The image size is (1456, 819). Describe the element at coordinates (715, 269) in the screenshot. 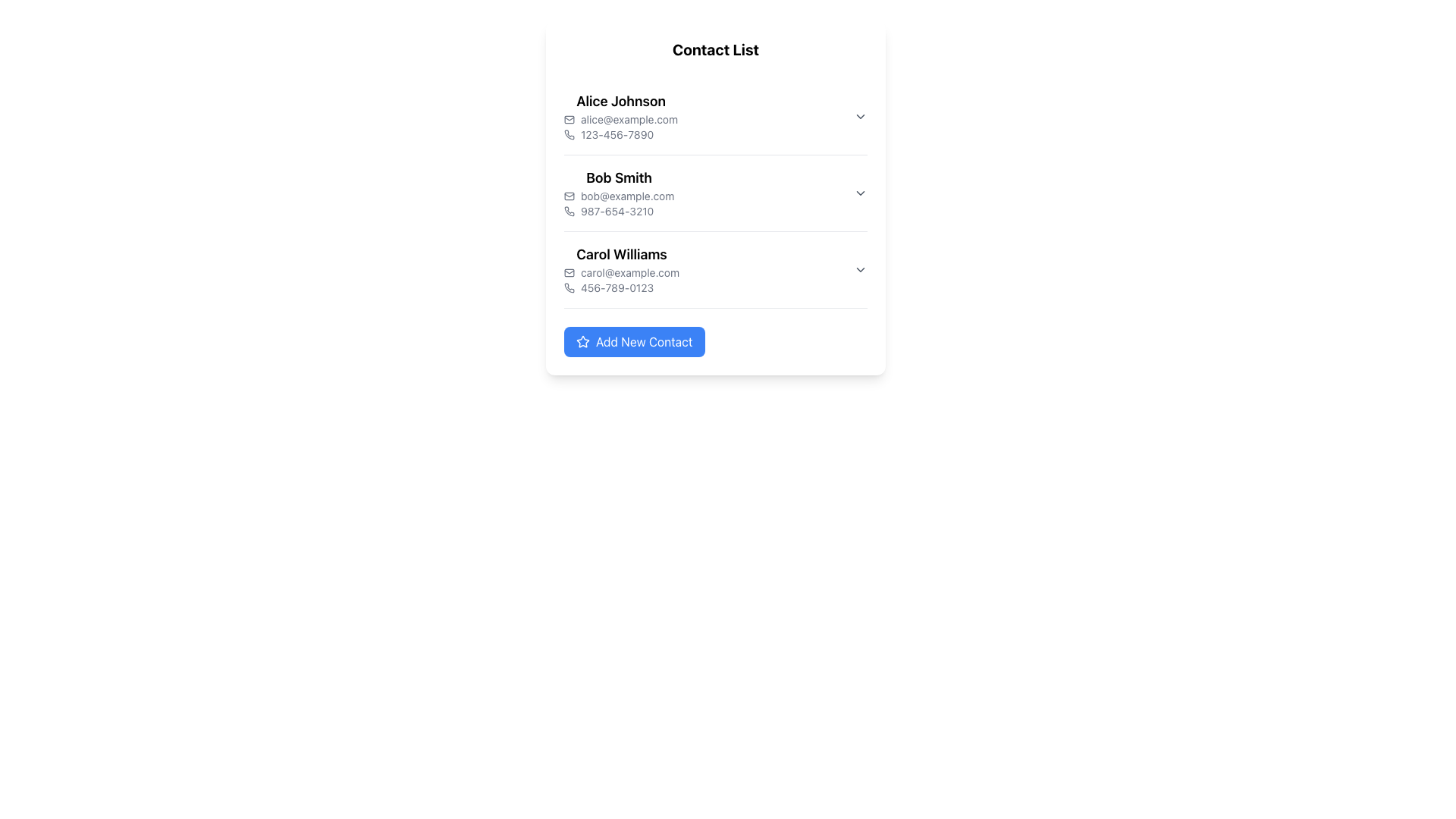

I see `the Contact Information Block that displays the contact details for the third entry in the contact list, located centrally below 'Alice Johnson' and 'Bob Smith'` at that location.